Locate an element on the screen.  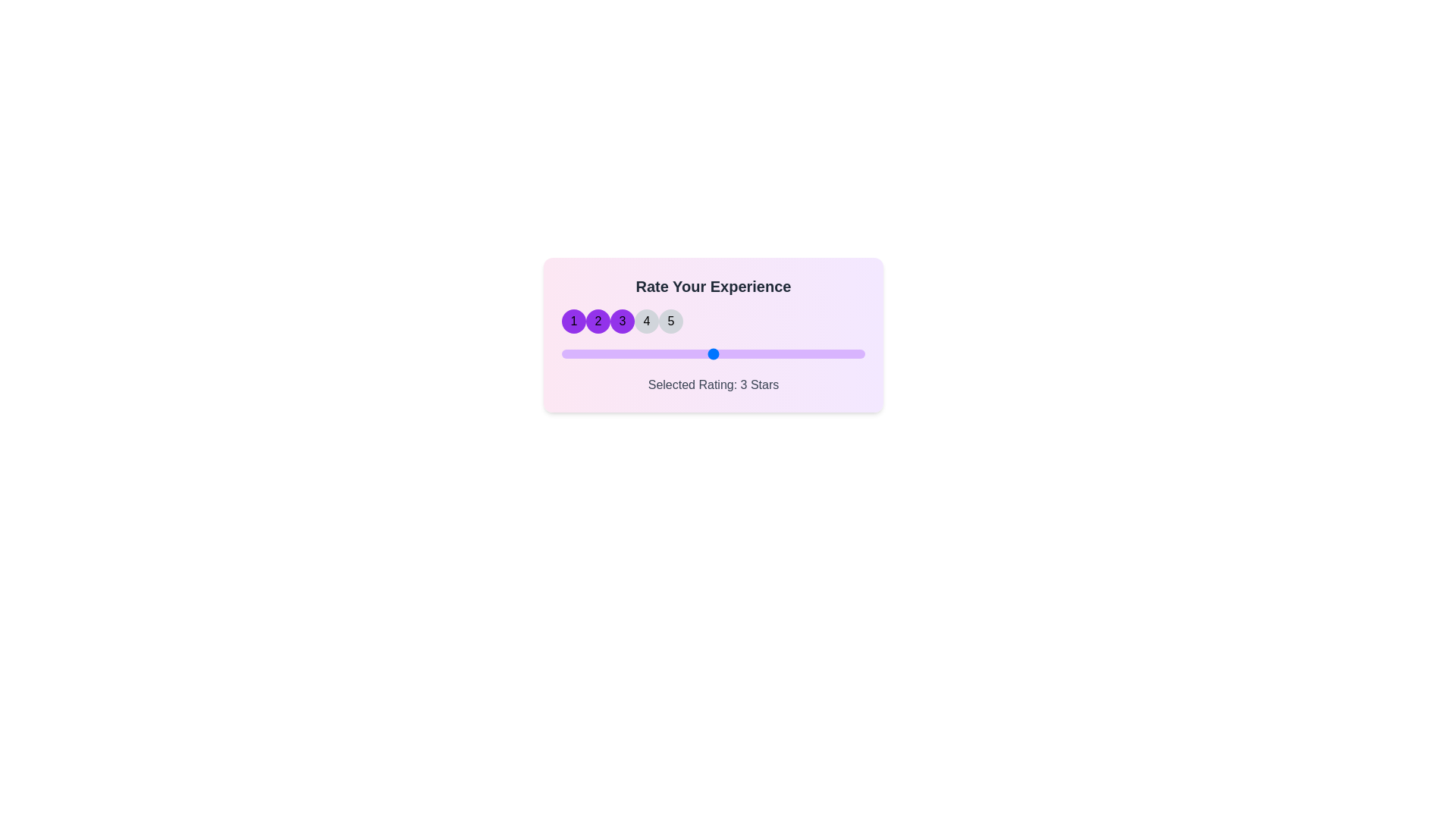
the star corresponding to 5 to set the rating is located at coordinates (670, 321).